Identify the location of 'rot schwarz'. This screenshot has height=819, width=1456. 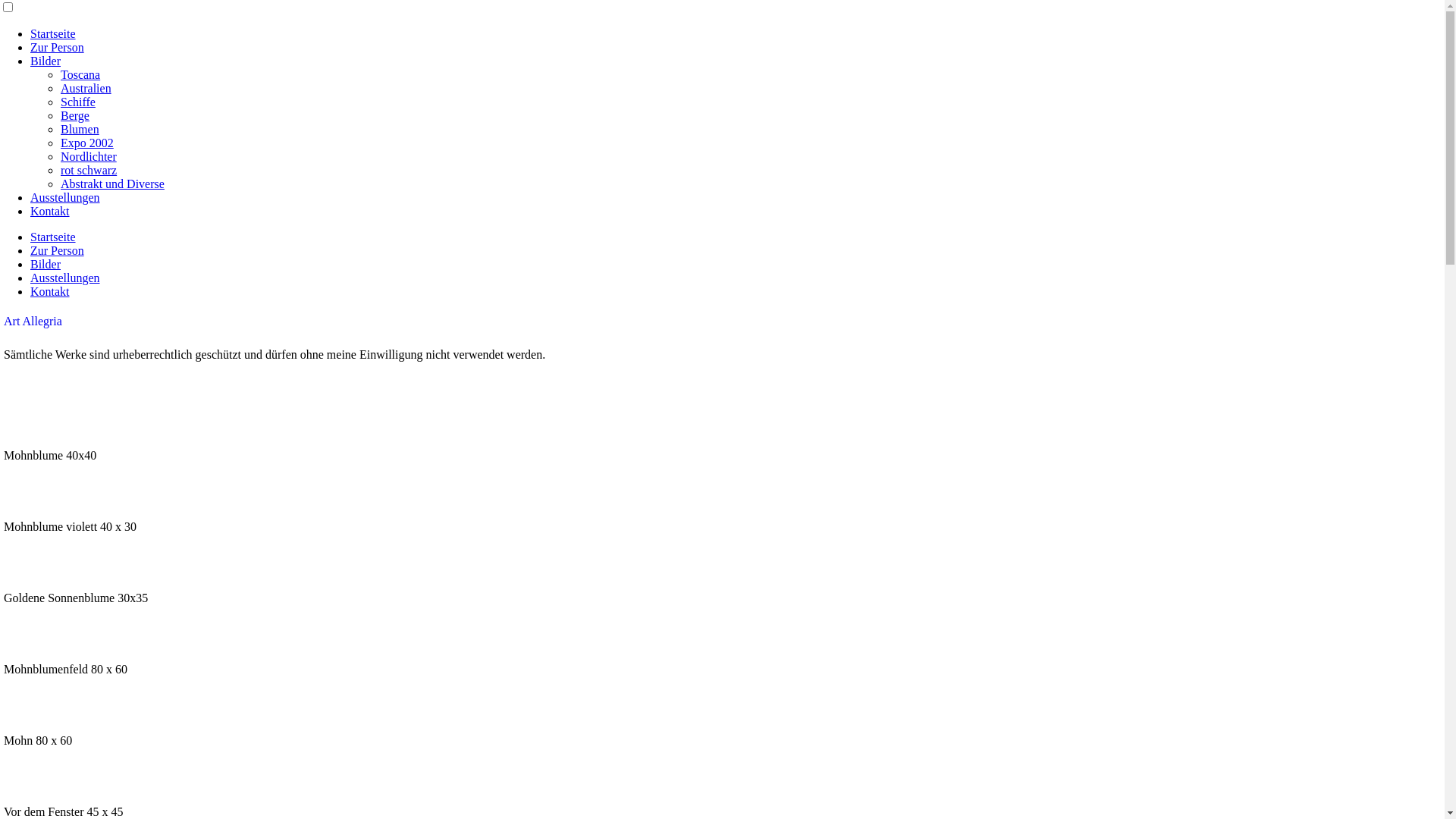
(87, 170).